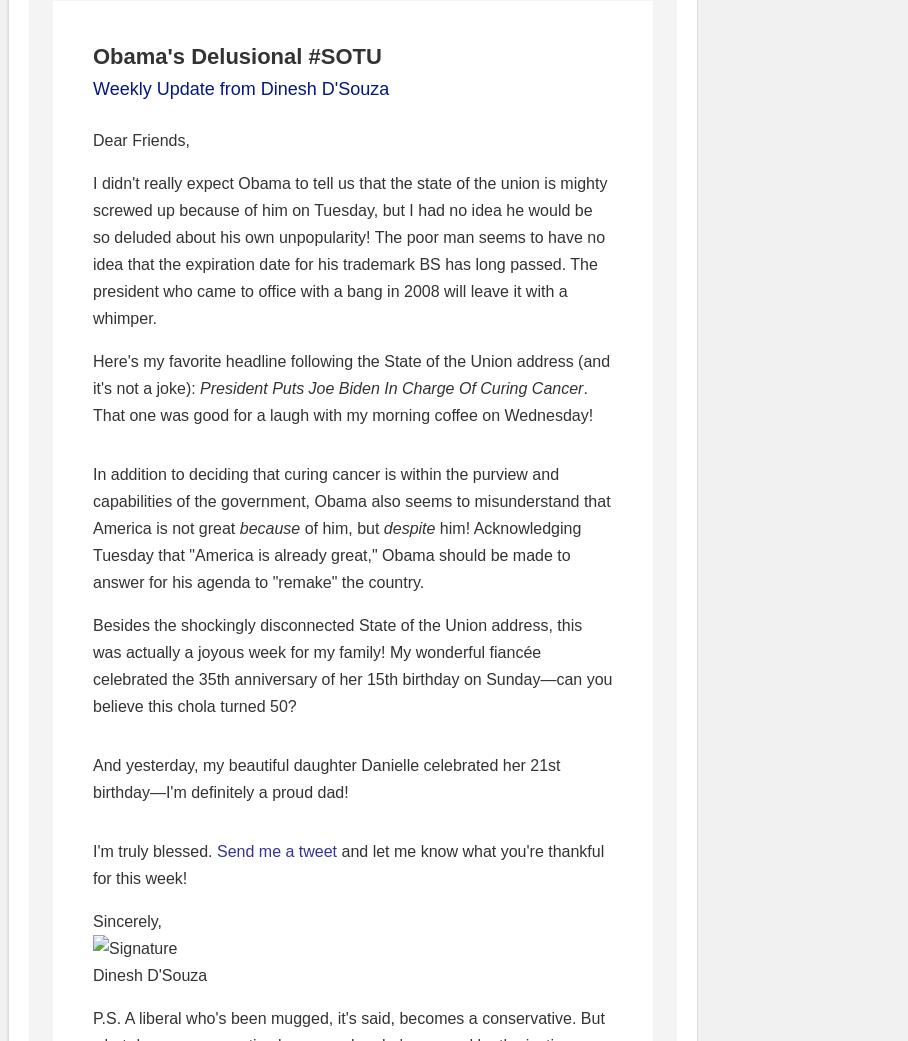  What do you see at coordinates (91, 863) in the screenshot?
I see `'and let me know what you're thankful for this week!'` at bounding box center [91, 863].